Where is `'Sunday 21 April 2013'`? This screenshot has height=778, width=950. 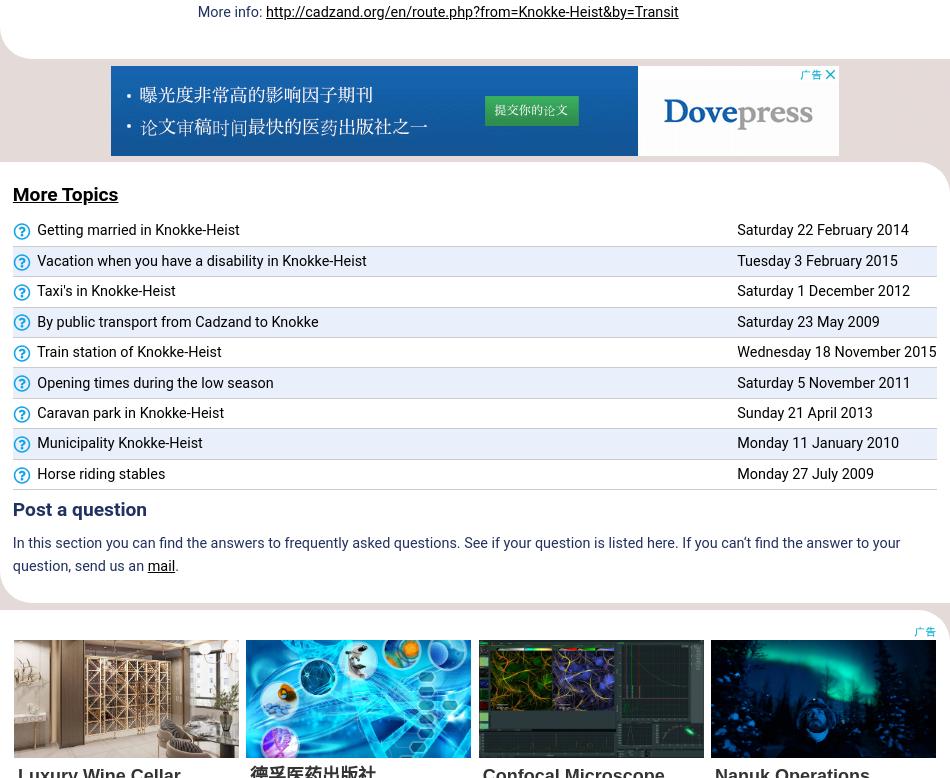 'Sunday 21 April 2013' is located at coordinates (803, 412).